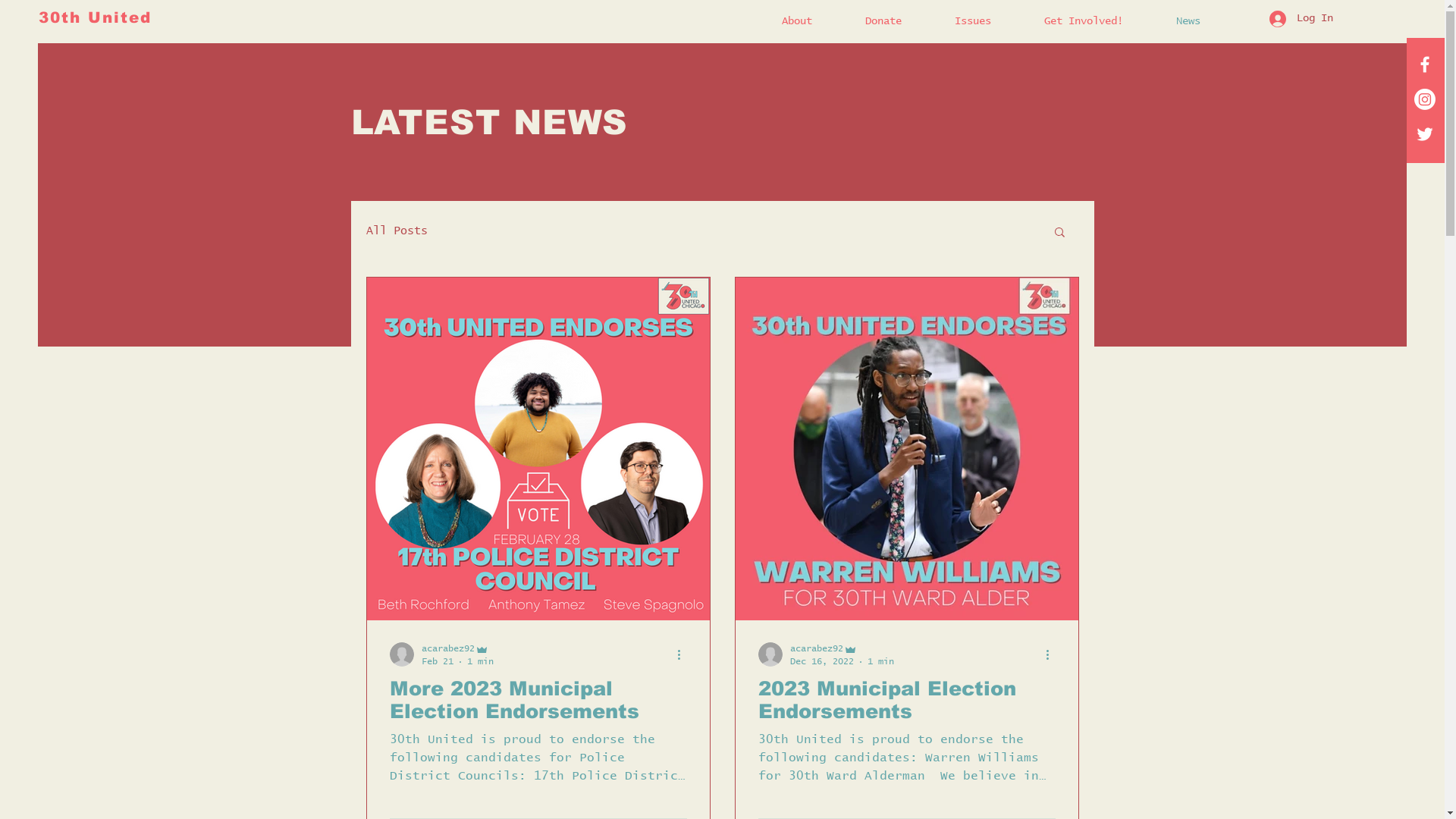 The width and height of the screenshot is (1456, 819). Describe the element at coordinates (538, 699) in the screenshot. I see `'More 2023 Municipal Election Endorsements'` at that location.